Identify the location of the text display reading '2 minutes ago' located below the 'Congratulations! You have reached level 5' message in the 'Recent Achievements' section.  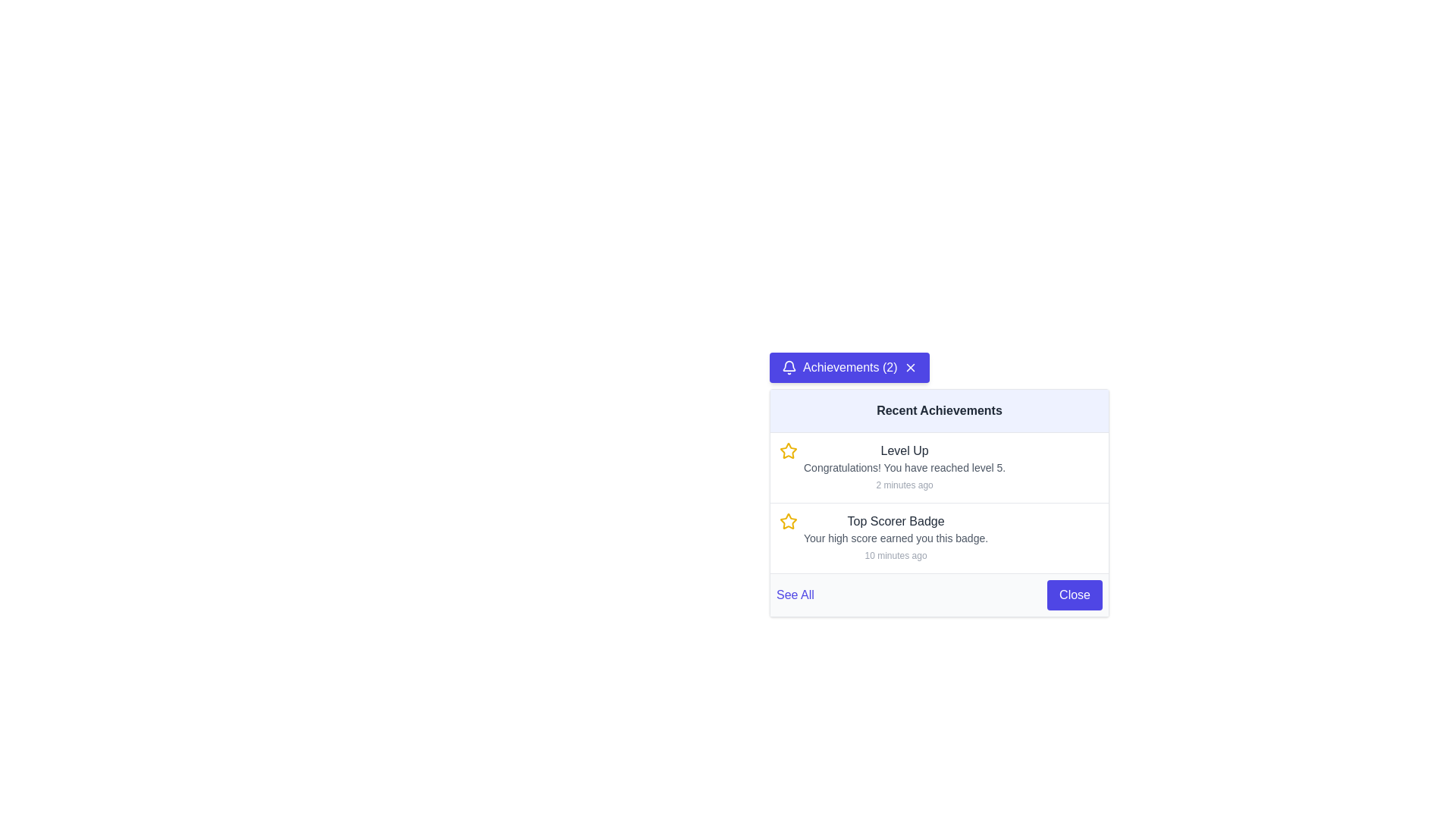
(905, 485).